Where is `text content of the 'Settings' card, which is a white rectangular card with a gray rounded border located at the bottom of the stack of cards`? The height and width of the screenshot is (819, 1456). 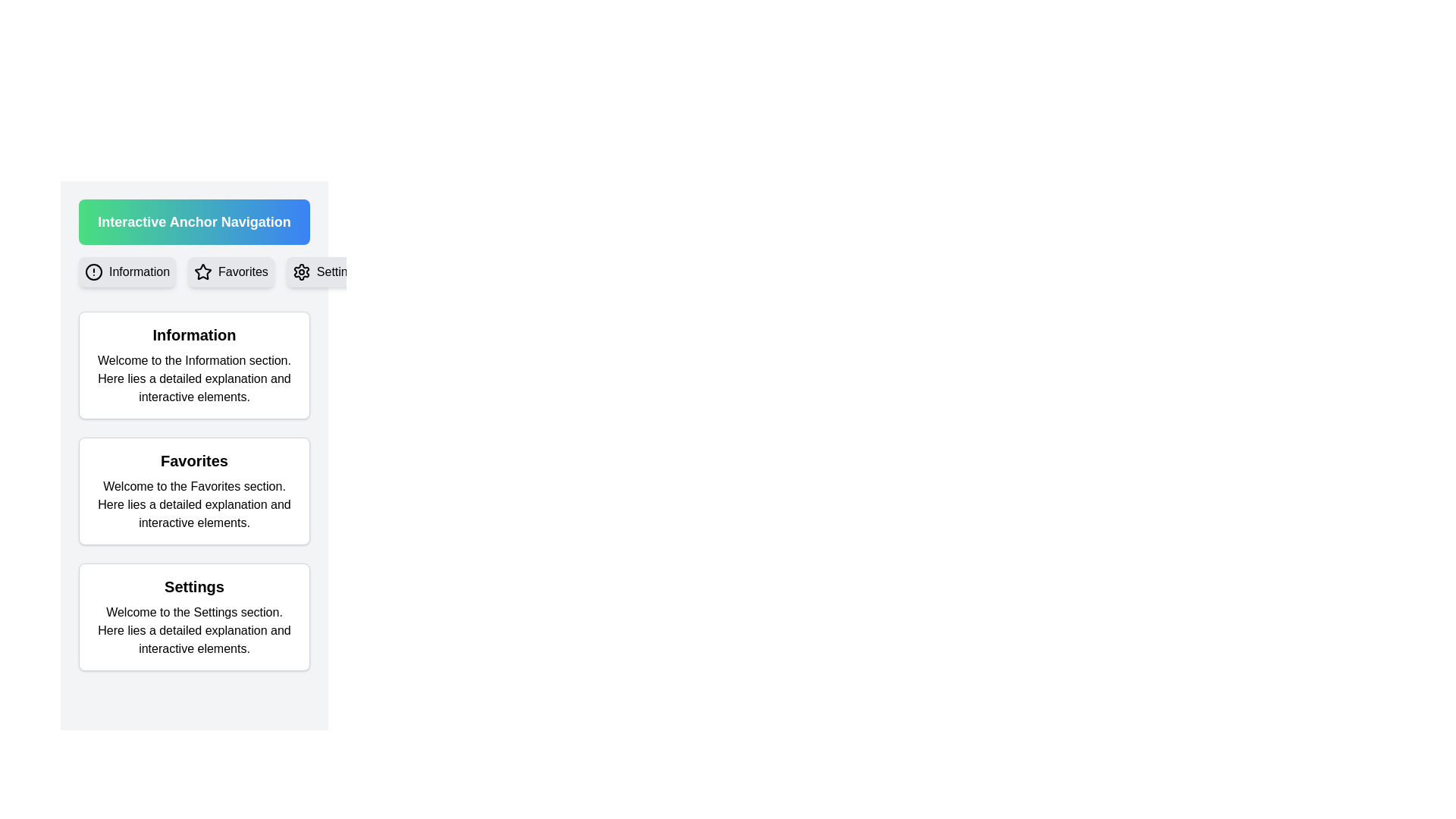
text content of the 'Settings' card, which is a white rectangular card with a gray rounded border located at the bottom of the stack of cards is located at coordinates (193, 617).